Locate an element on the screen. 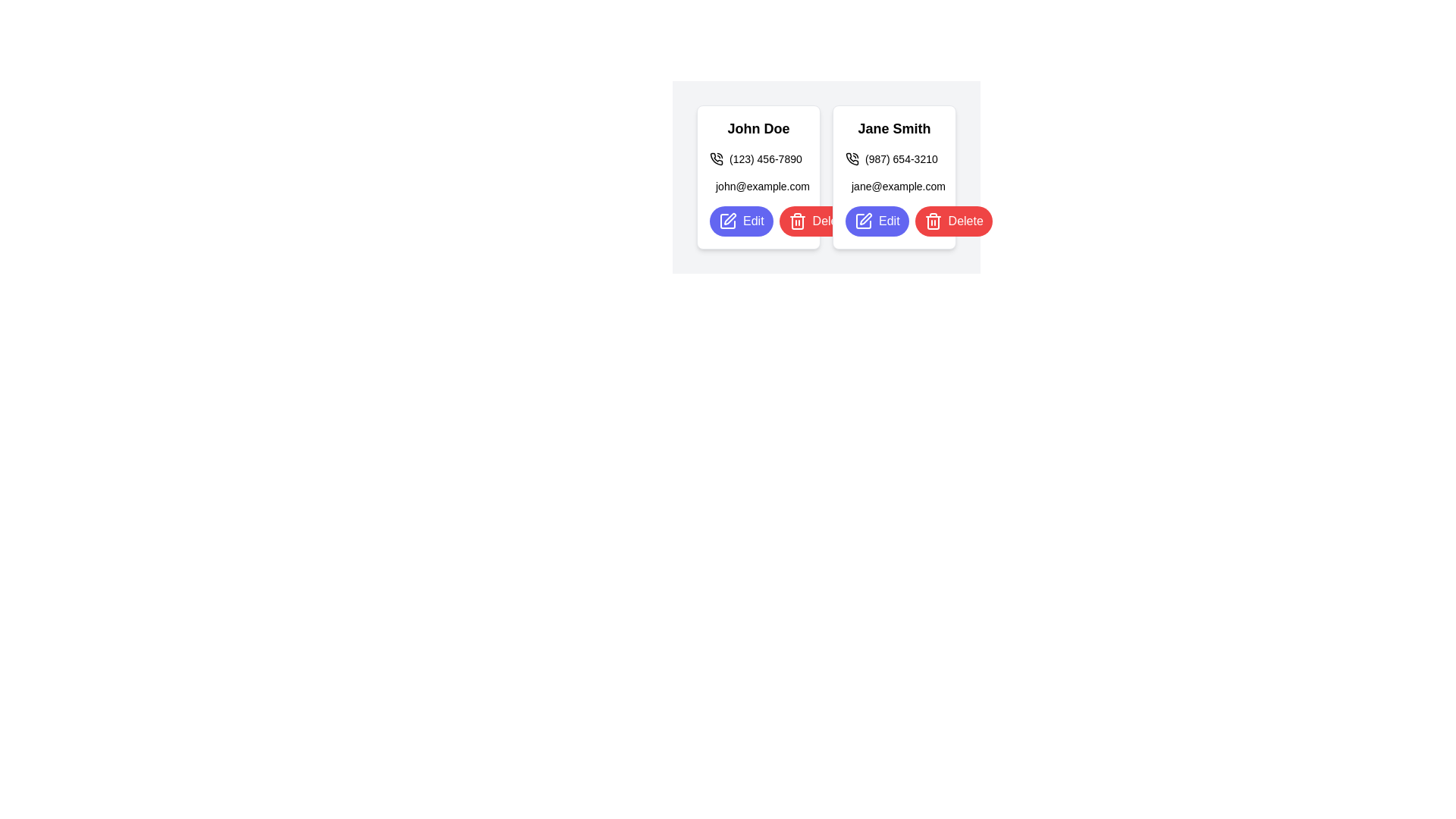 The image size is (1456, 819). email address displayed in the text display component of John Doe's profile card, which is the third textual content after the name and phone number is located at coordinates (758, 186).